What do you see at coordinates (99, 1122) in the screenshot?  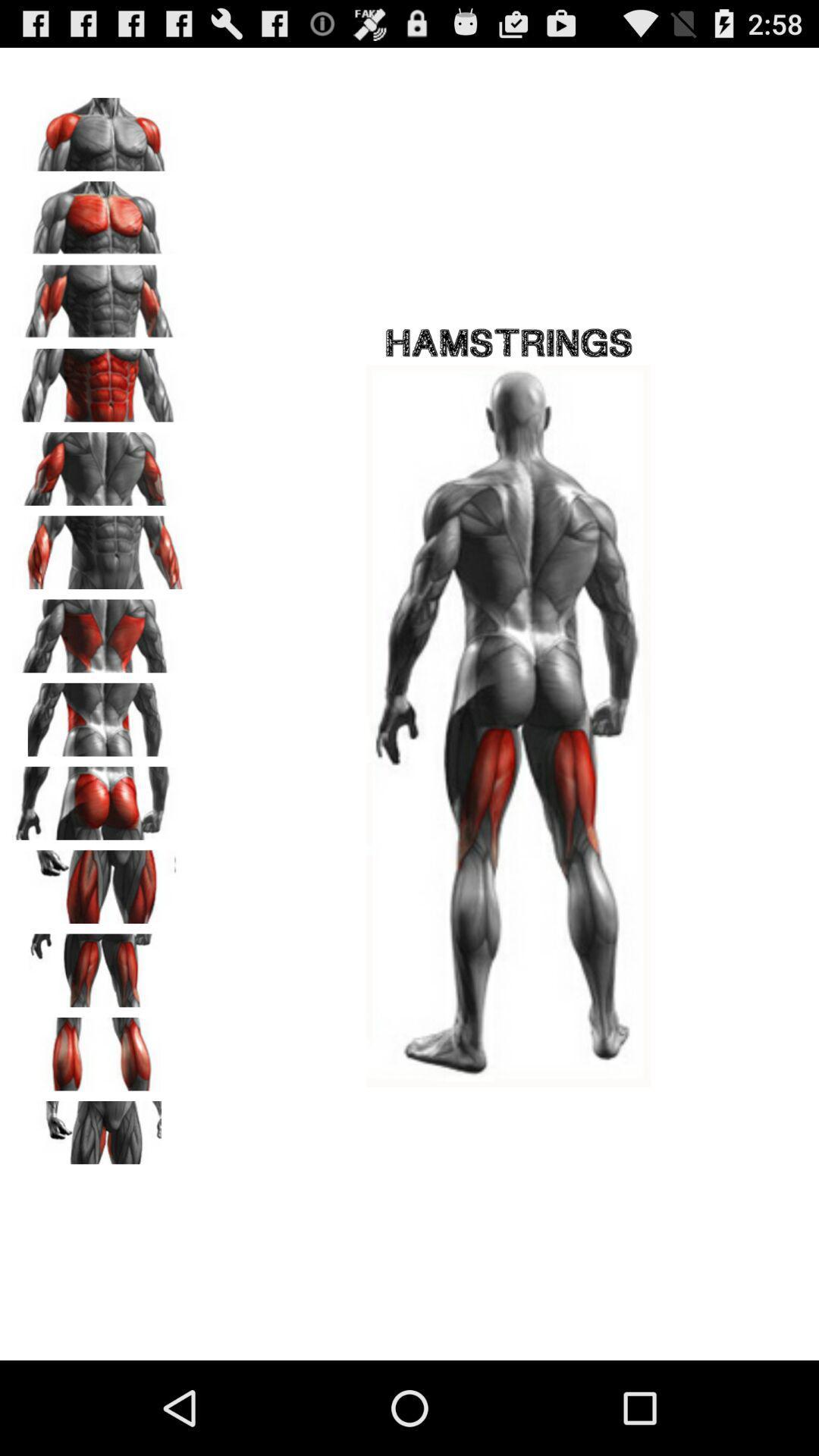 I see `the pause icon` at bounding box center [99, 1122].